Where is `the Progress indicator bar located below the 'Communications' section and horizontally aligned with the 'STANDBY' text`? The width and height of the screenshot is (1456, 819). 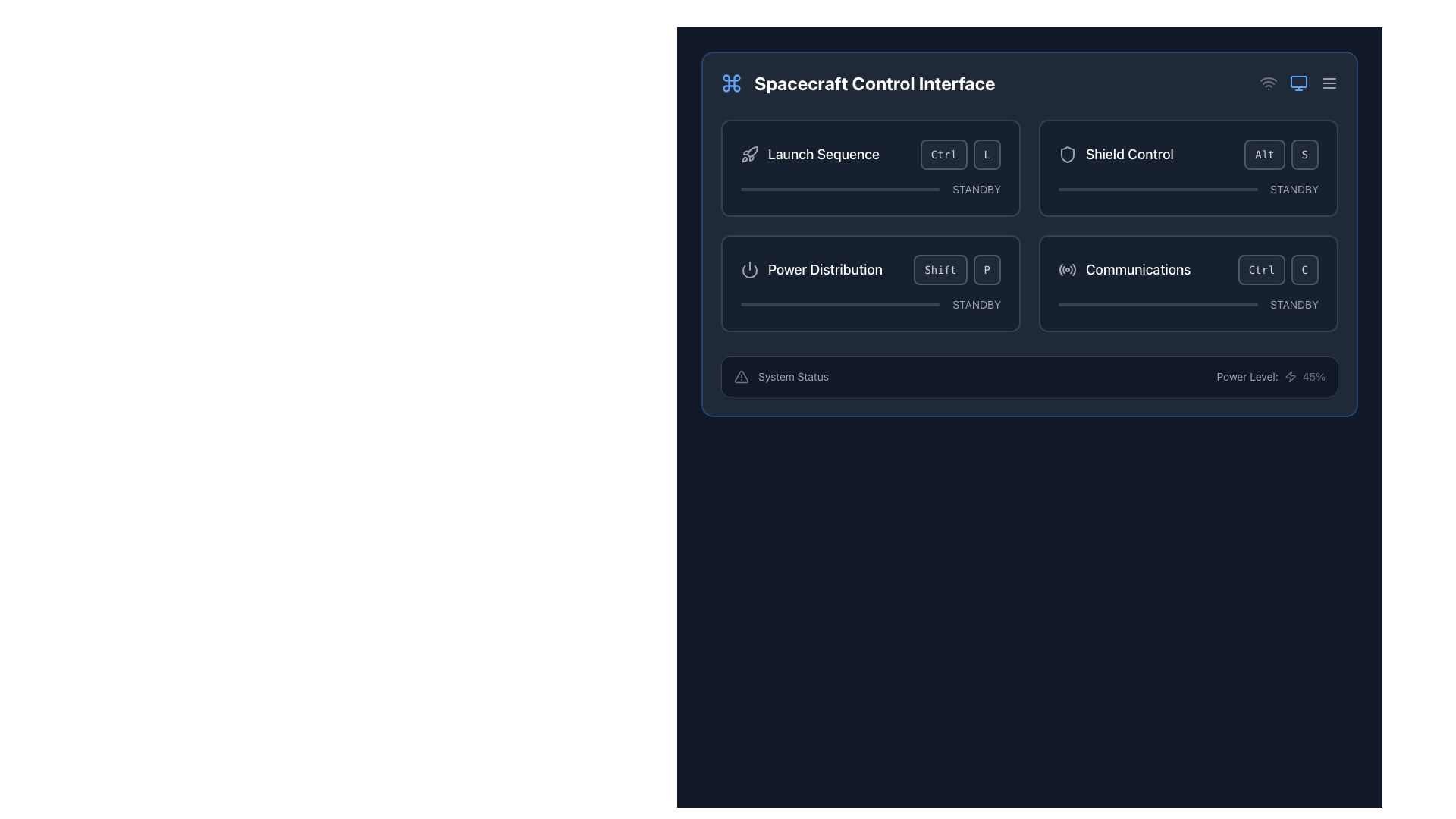 the Progress indicator bar located below the 'Communications' section and horizontally aligned with the 'STANDBY' text is located at coordinates (1157, 304).